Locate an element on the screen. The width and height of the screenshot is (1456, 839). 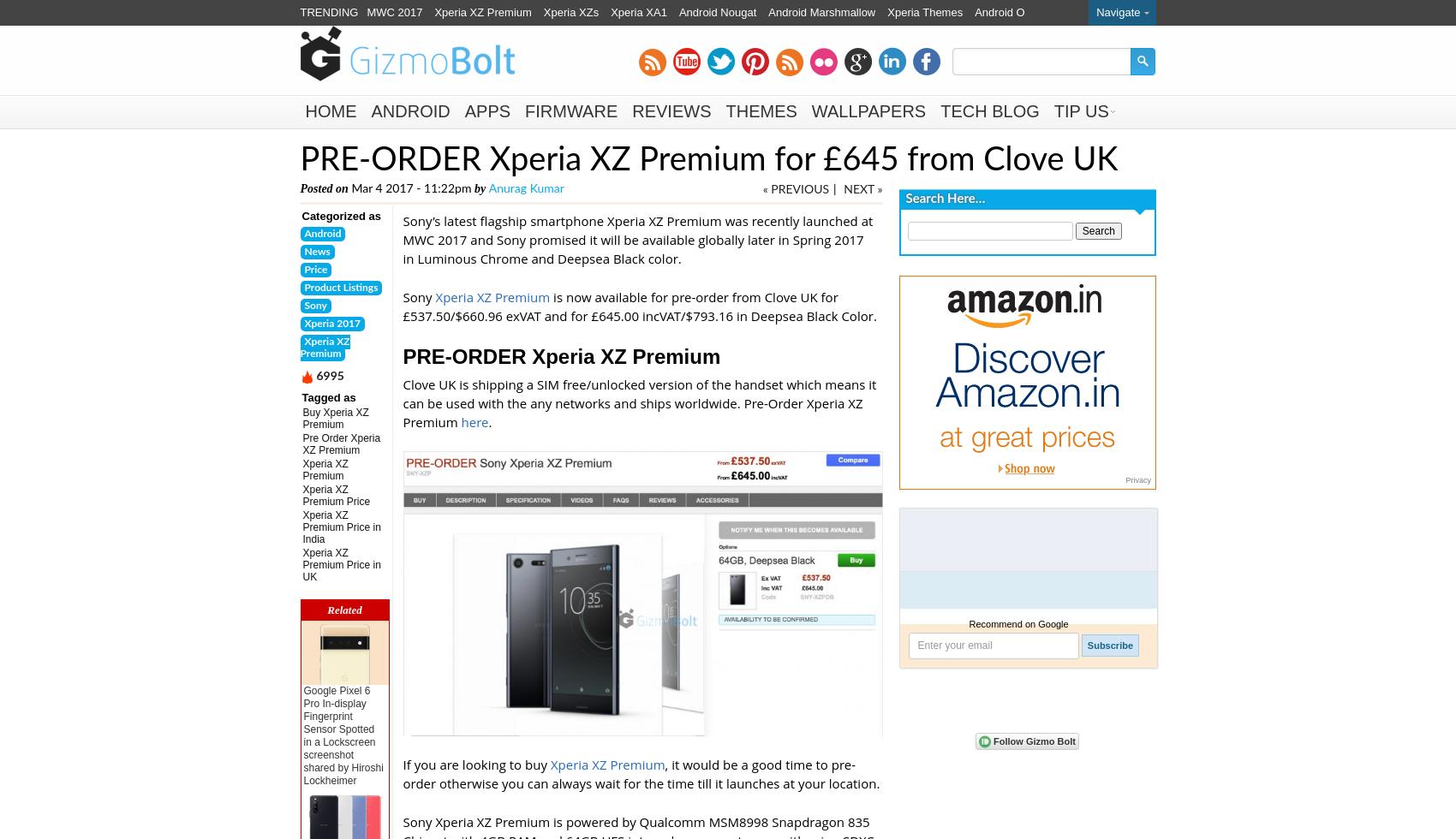
'Related' is located at coordinates (343, 610).